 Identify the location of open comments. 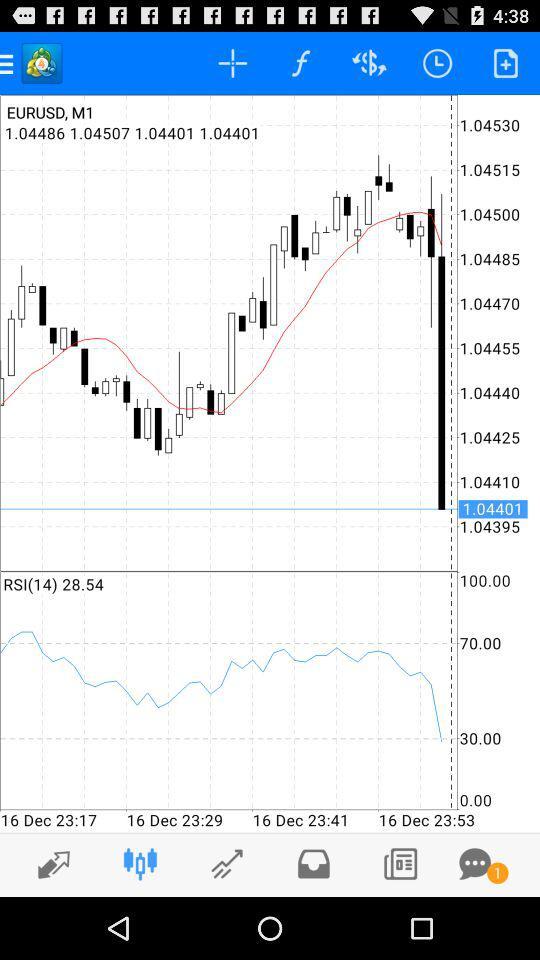
(474, 863).